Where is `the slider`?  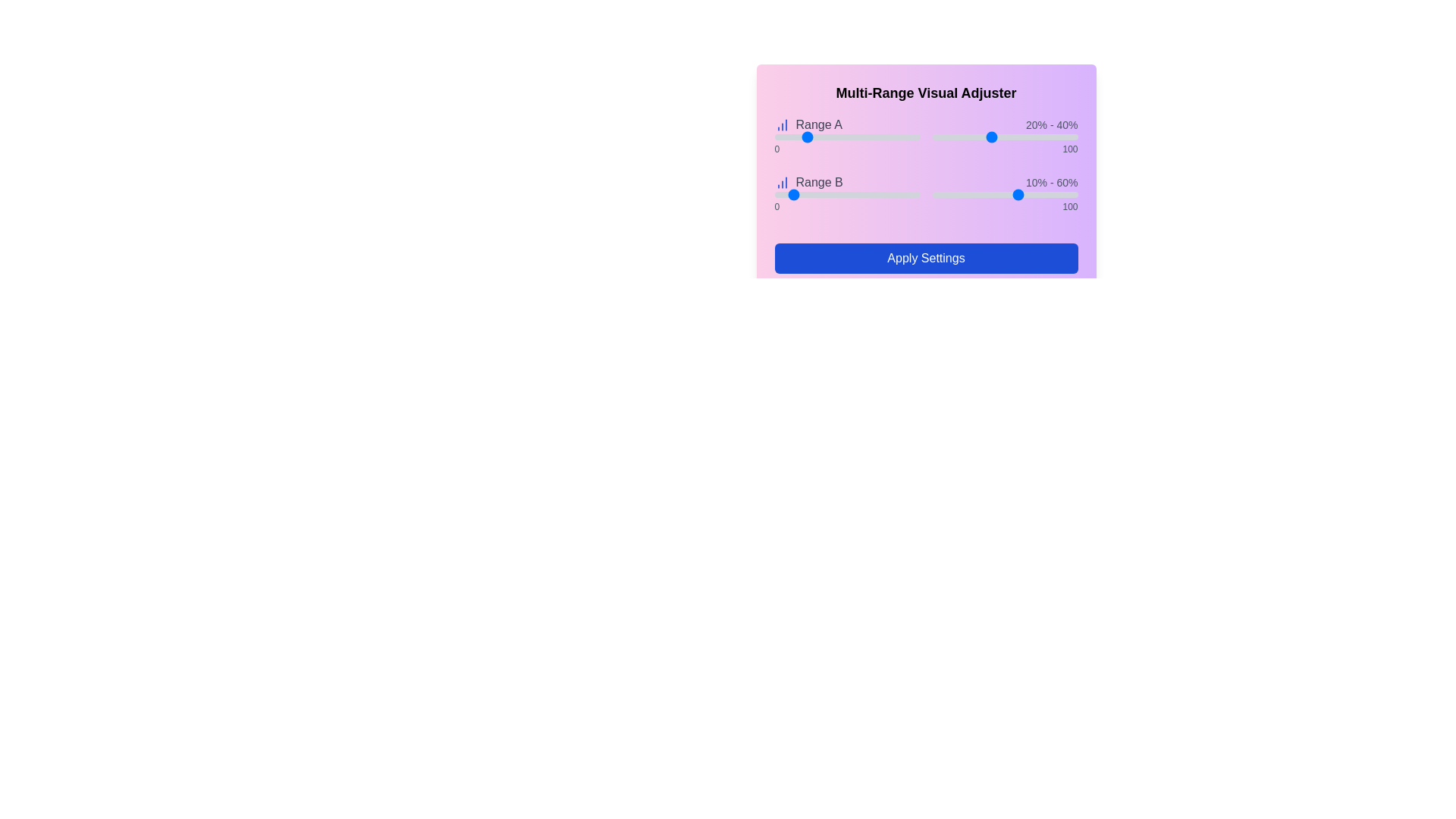
the slider is located at coordinates (910, 137).